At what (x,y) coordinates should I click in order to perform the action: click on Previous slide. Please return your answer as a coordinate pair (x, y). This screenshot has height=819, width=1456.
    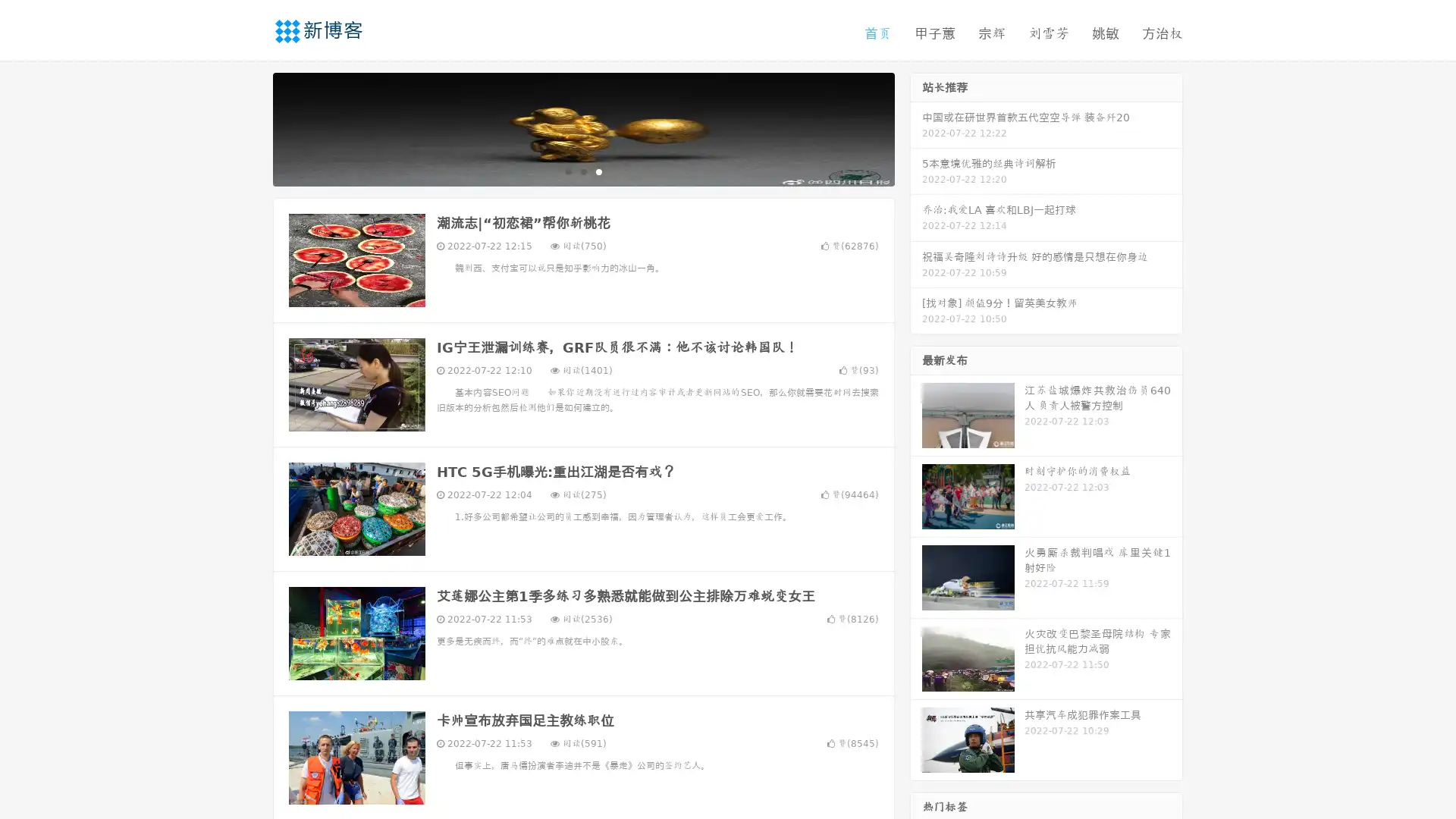
    Looking at the image, I should click on (250, 127).